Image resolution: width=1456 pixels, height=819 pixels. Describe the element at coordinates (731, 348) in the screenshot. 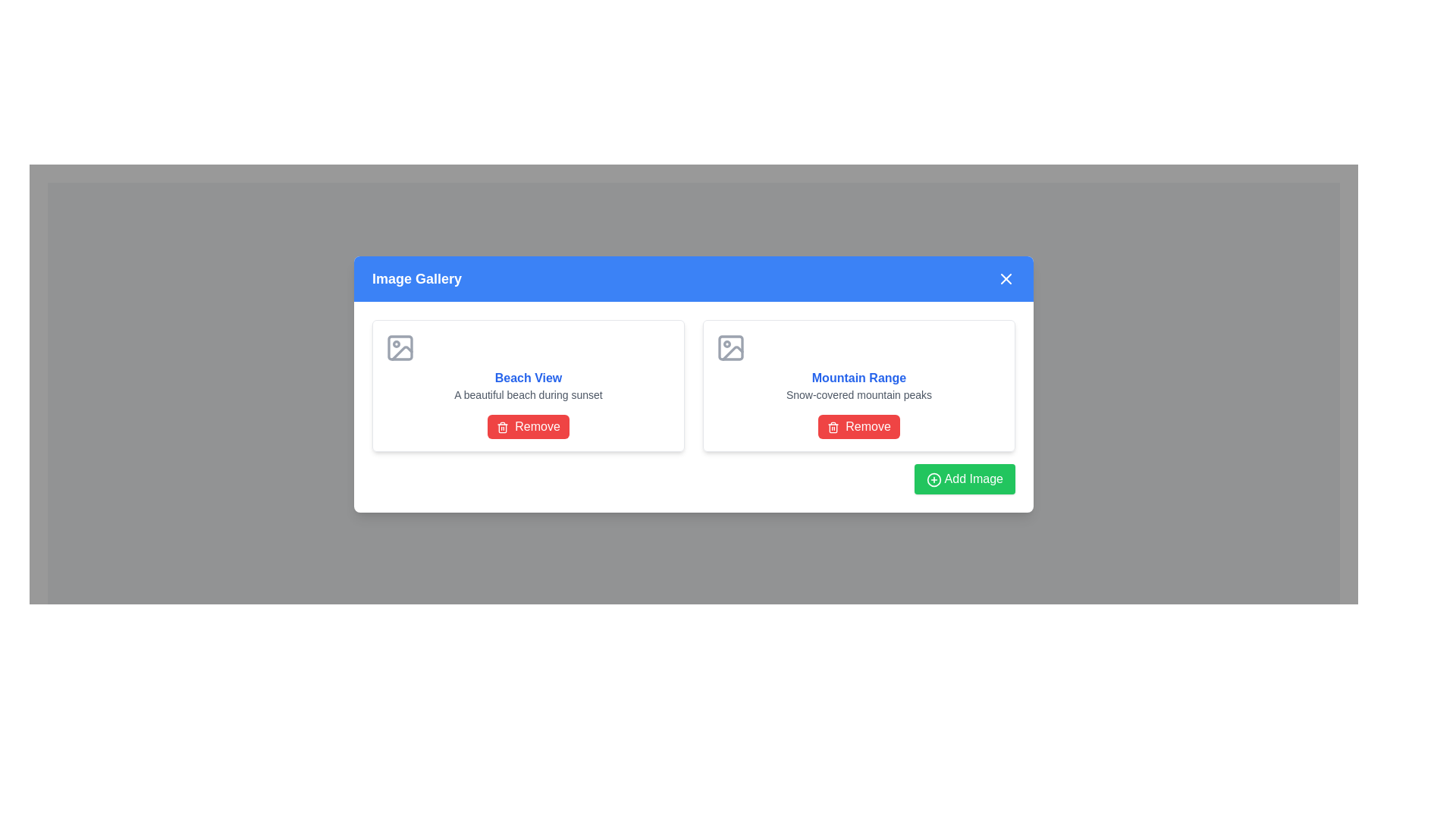

I see `the SVG subcomponent representing a rounded rectangle within the 'Mountain Range' card image placeholder in the gallery interface` at that location.